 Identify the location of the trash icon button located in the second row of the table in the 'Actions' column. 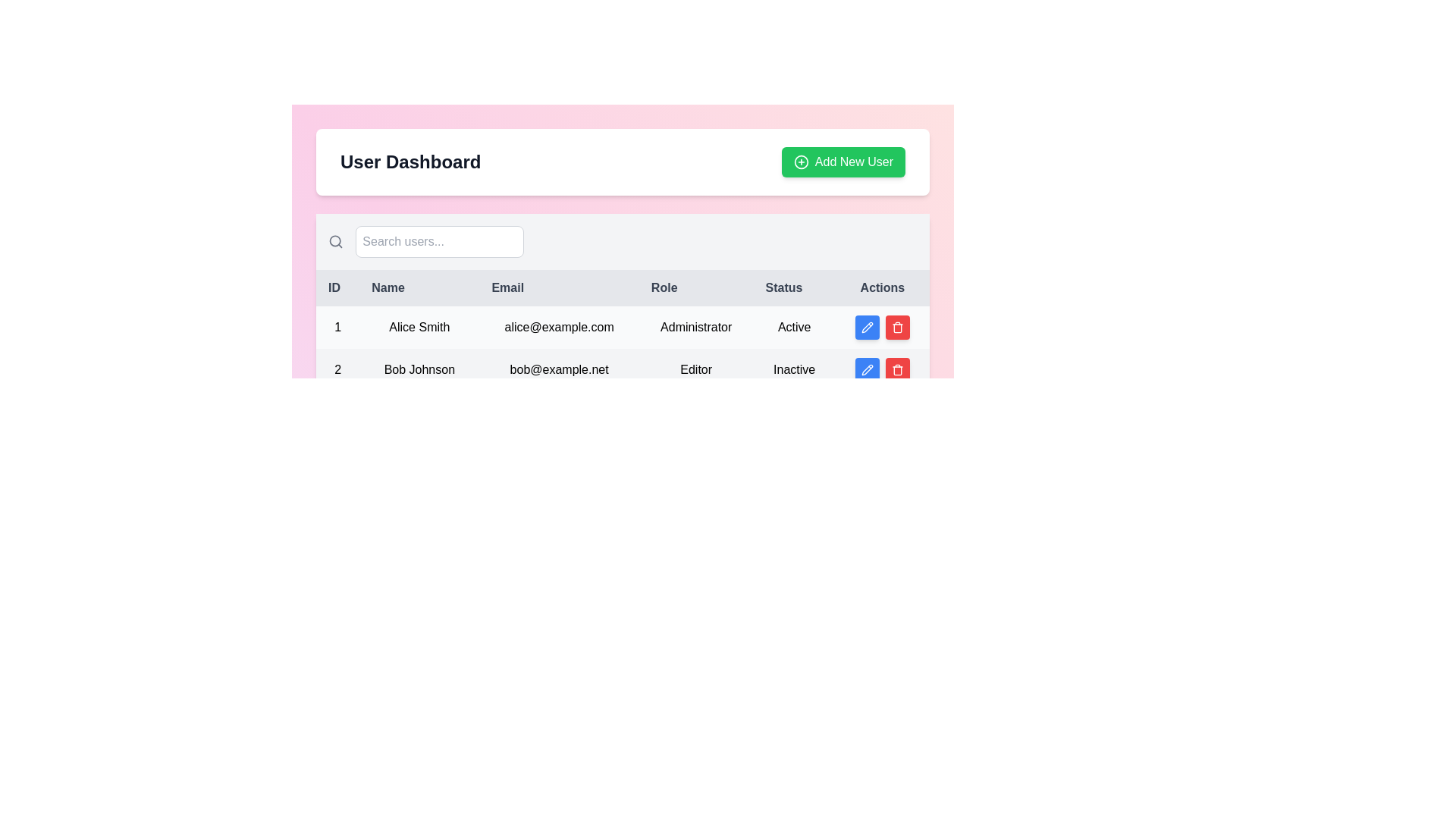
(897, 370).